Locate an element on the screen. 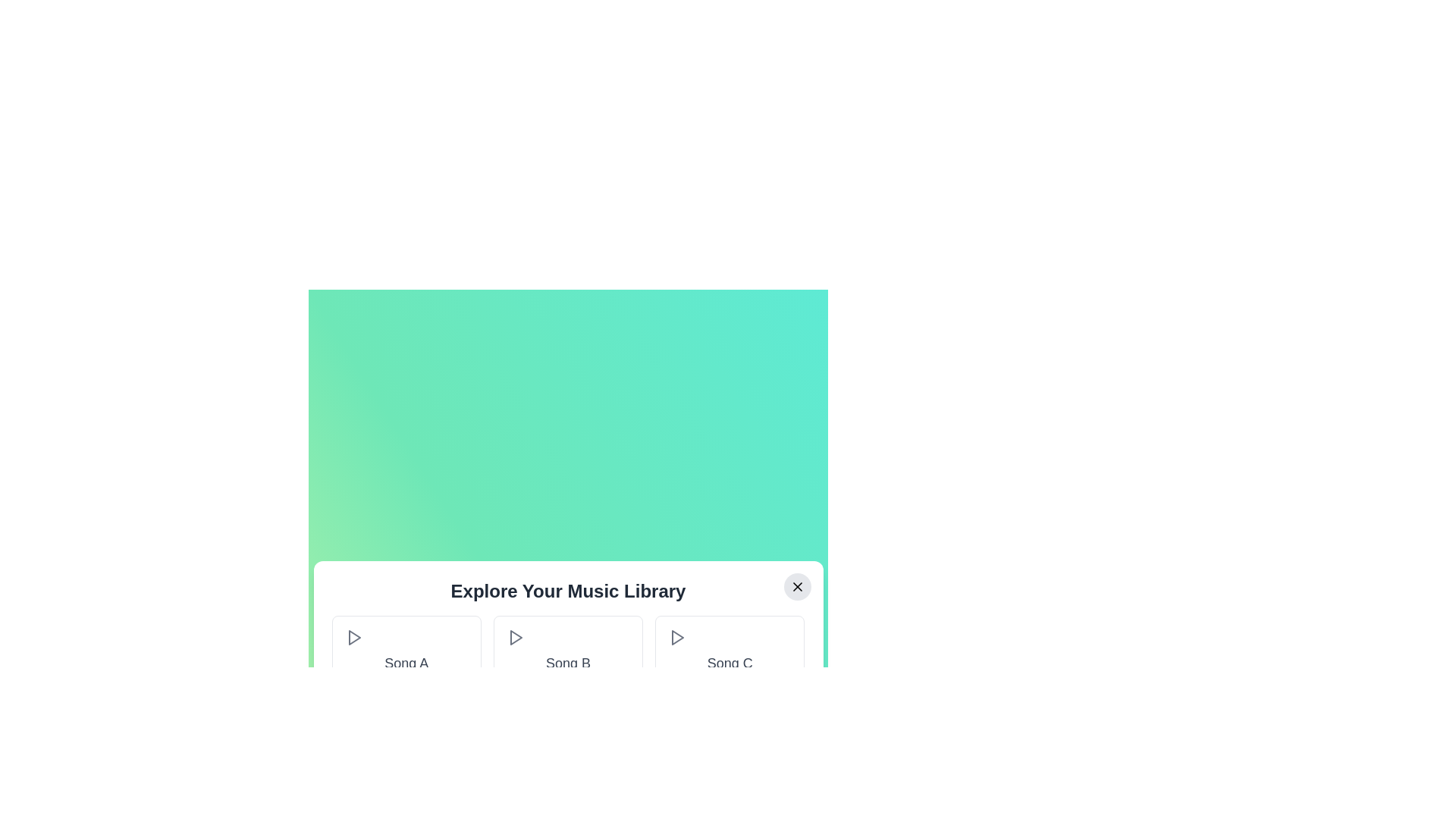  the song title Song B for inspection is located at coordinates (566, 663).